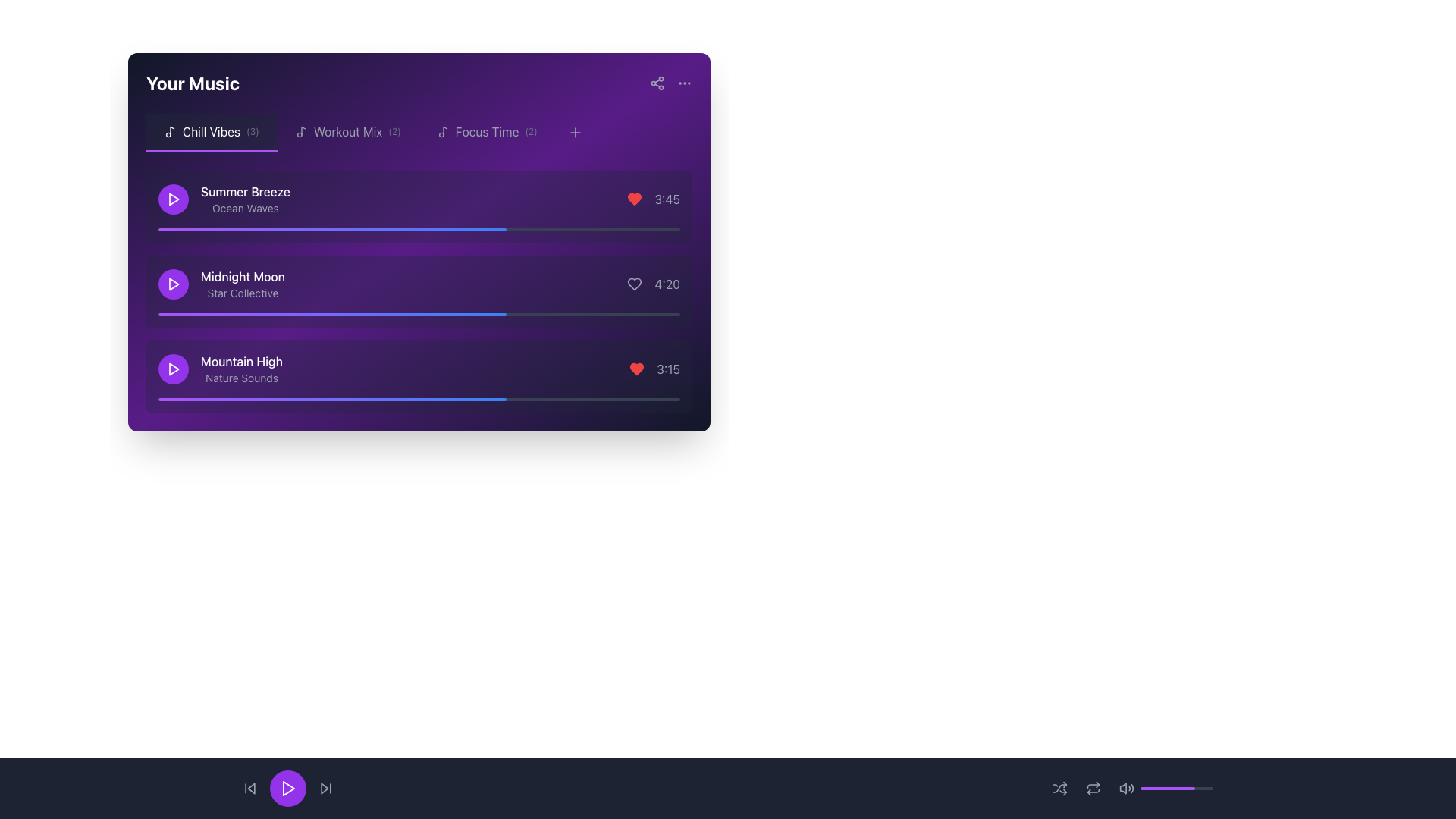  What do you see at coordinates (654, 198) in the screenshot?
I see `displayed time duration '3:45' from the Favorite marker with heart icon located at the rightmost end of the 'Summer Breeze' list item row` at bounding box center [654, 198].